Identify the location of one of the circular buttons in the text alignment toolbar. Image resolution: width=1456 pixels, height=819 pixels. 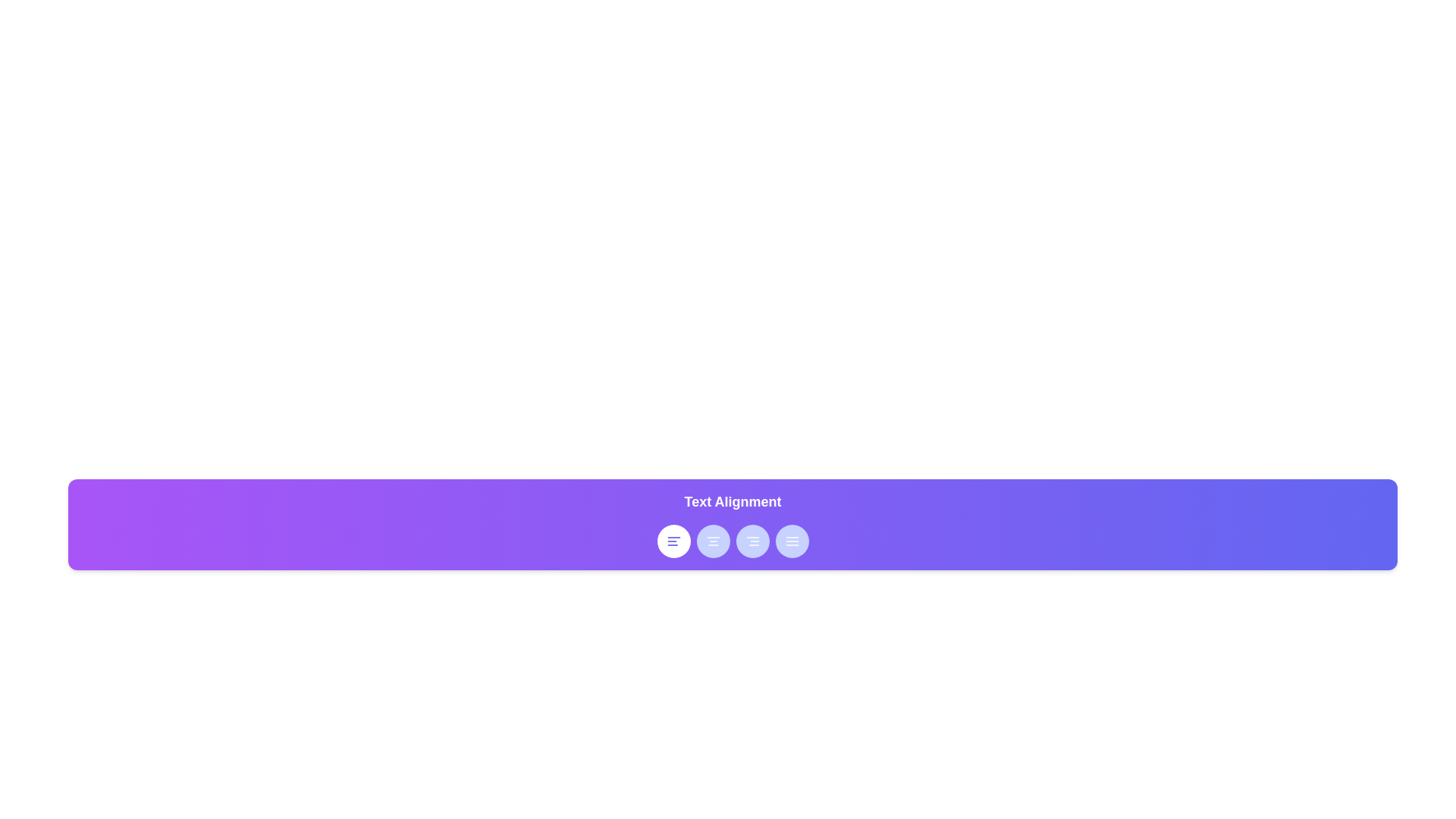
(733, 540).